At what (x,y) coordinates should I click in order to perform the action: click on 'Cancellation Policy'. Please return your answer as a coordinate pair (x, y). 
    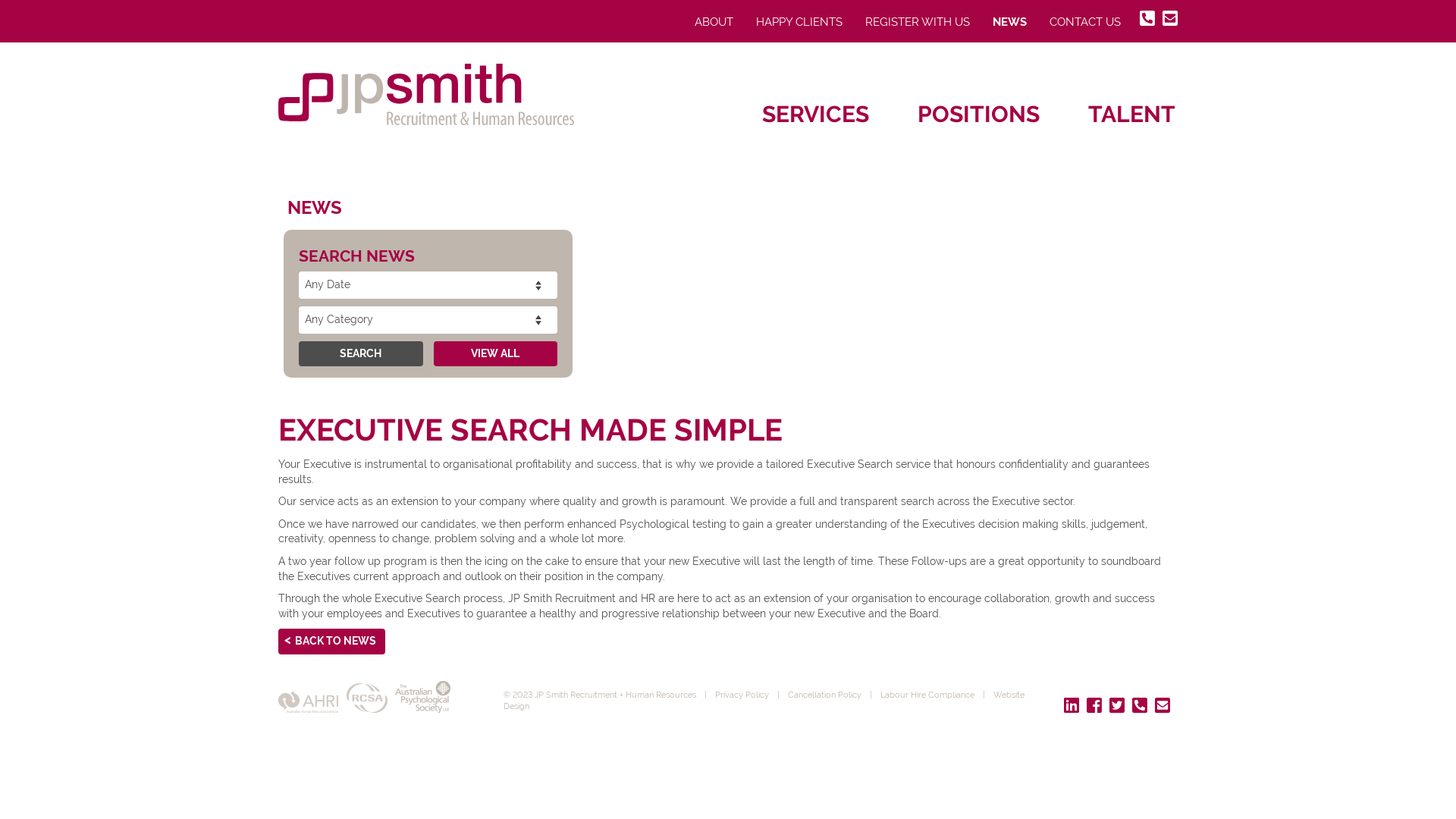
    Looking at the image, I should click on (786, 694).